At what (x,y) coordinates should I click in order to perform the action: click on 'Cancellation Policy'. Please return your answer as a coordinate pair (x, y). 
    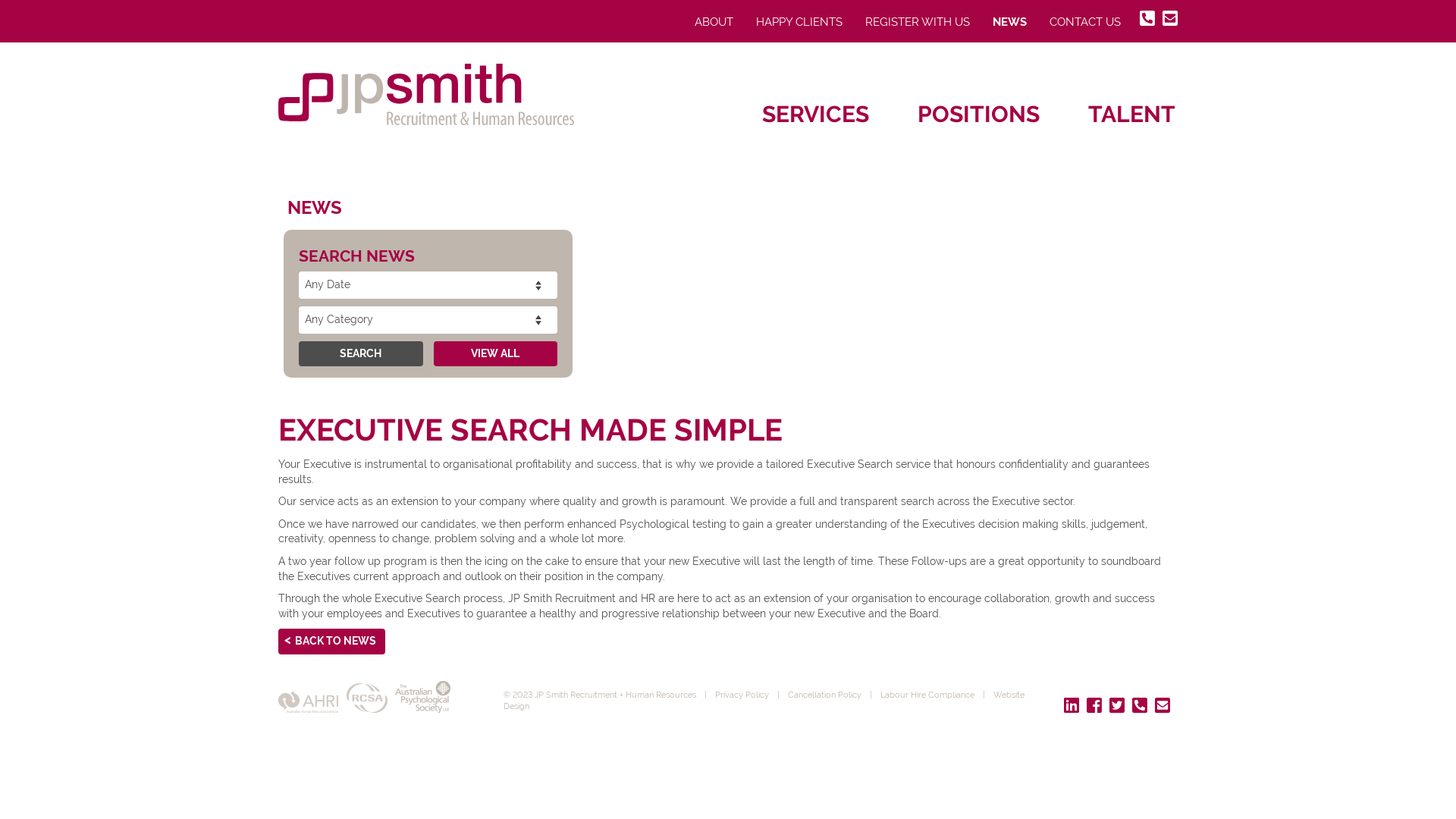
    Looking at the image, I should click on (786, 694).